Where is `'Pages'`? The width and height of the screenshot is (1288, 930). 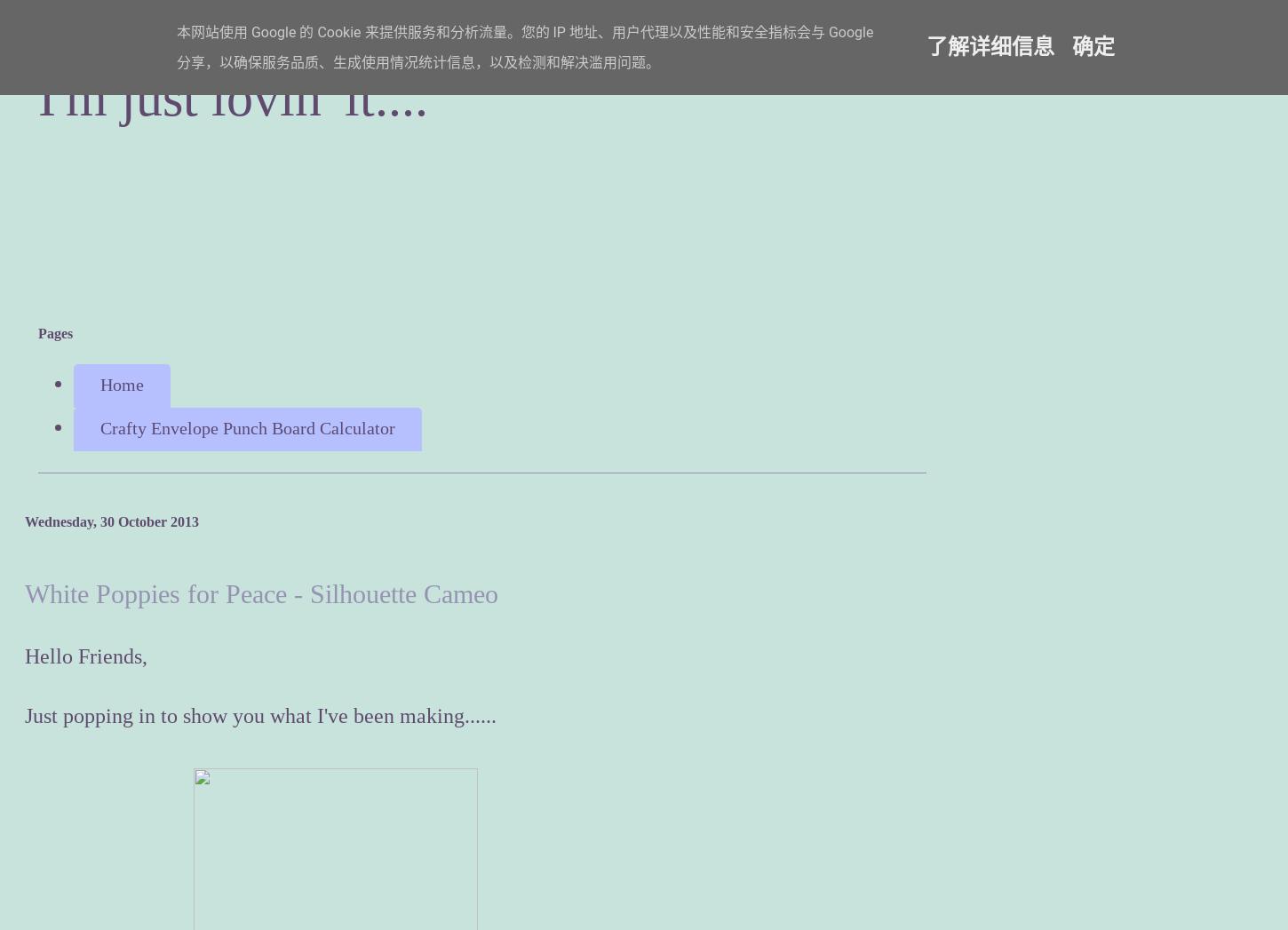
'Pages' is located at coordinates (55, 333).